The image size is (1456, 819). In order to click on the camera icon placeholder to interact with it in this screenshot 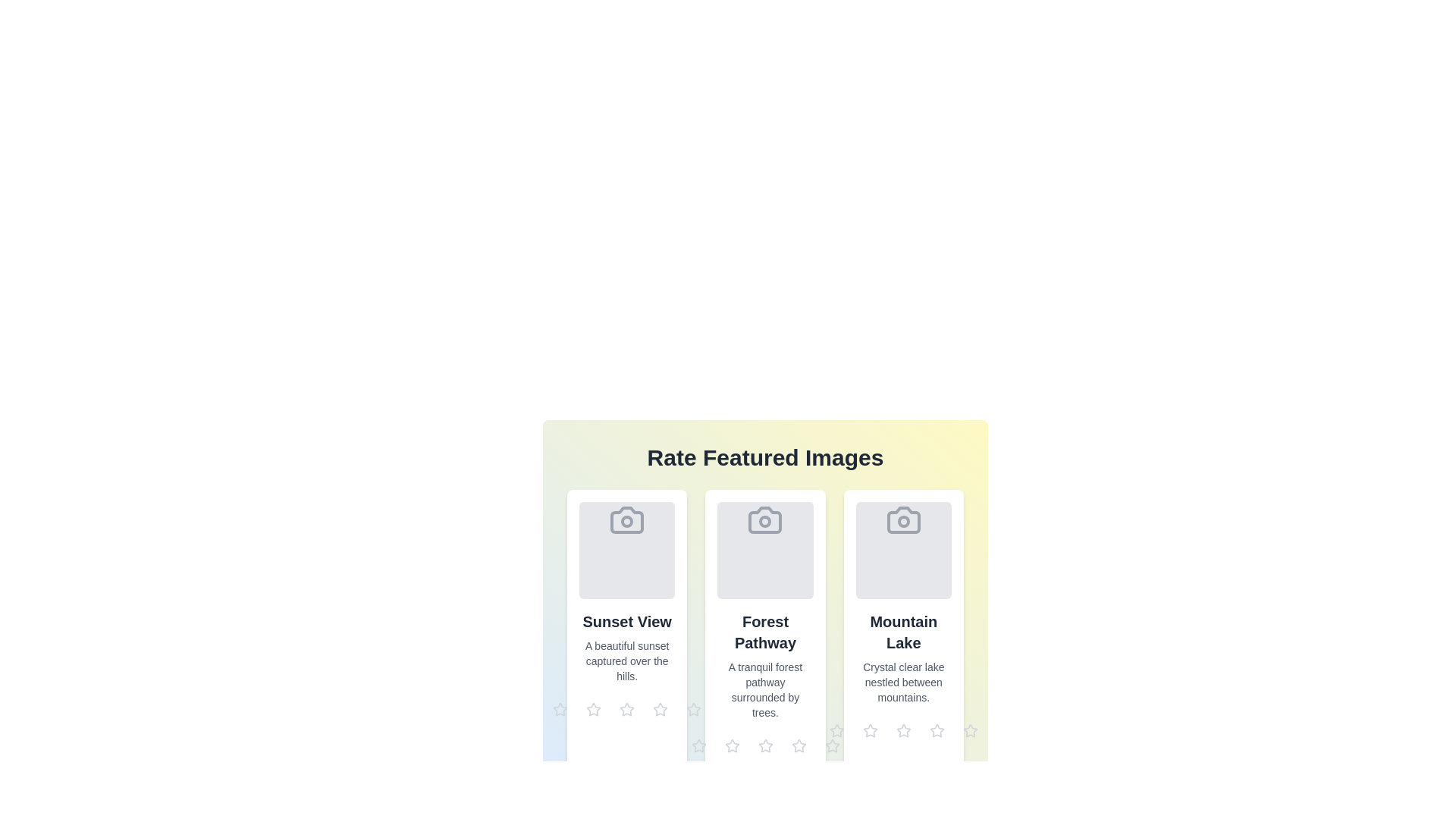, I will do `click(626, 519)`.